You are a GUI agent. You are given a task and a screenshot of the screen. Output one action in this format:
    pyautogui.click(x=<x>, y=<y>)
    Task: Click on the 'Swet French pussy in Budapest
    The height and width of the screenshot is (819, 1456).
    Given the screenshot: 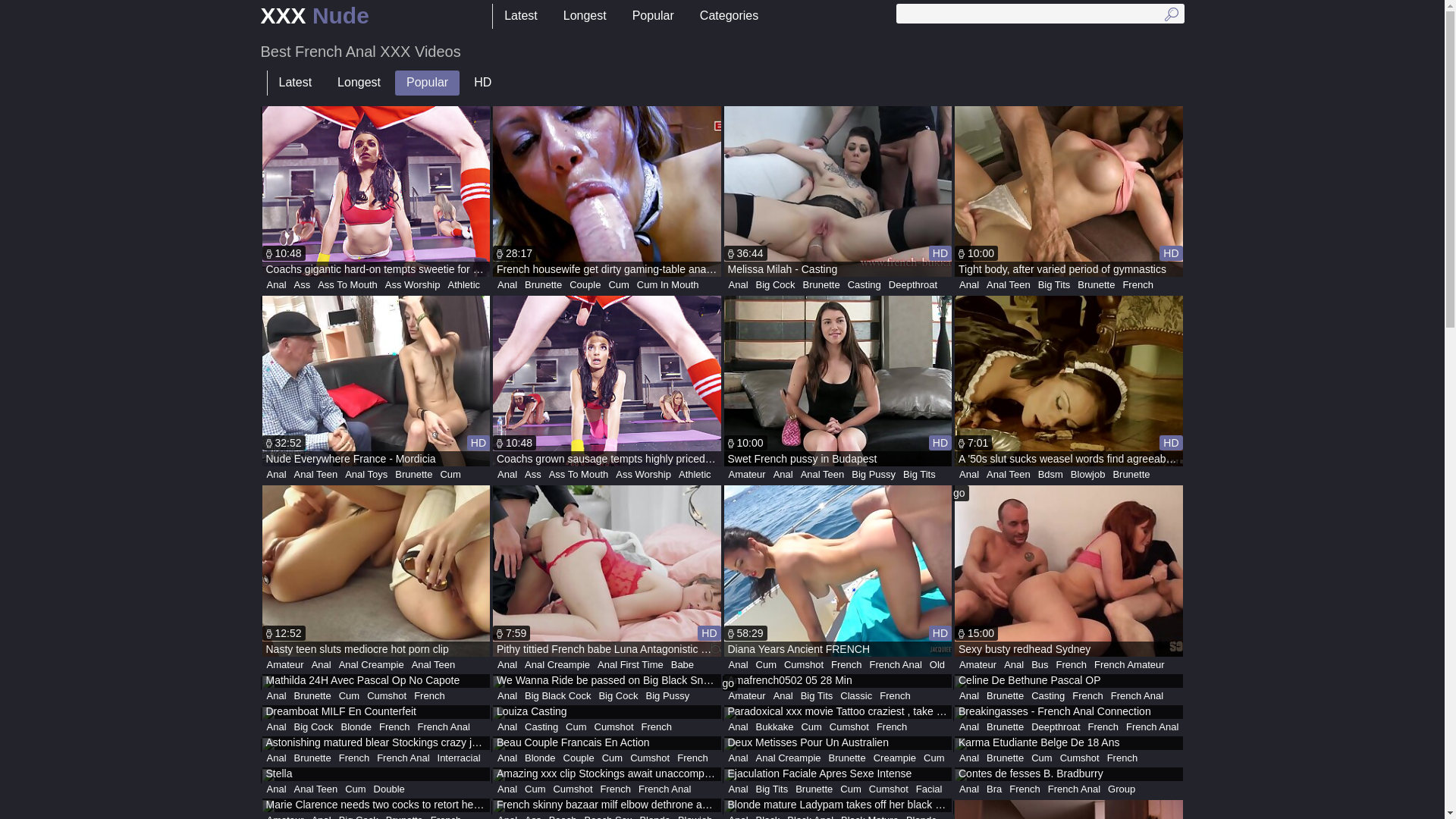 What is the action you would take?
    pyautogui.click(x=836, y=380)
    